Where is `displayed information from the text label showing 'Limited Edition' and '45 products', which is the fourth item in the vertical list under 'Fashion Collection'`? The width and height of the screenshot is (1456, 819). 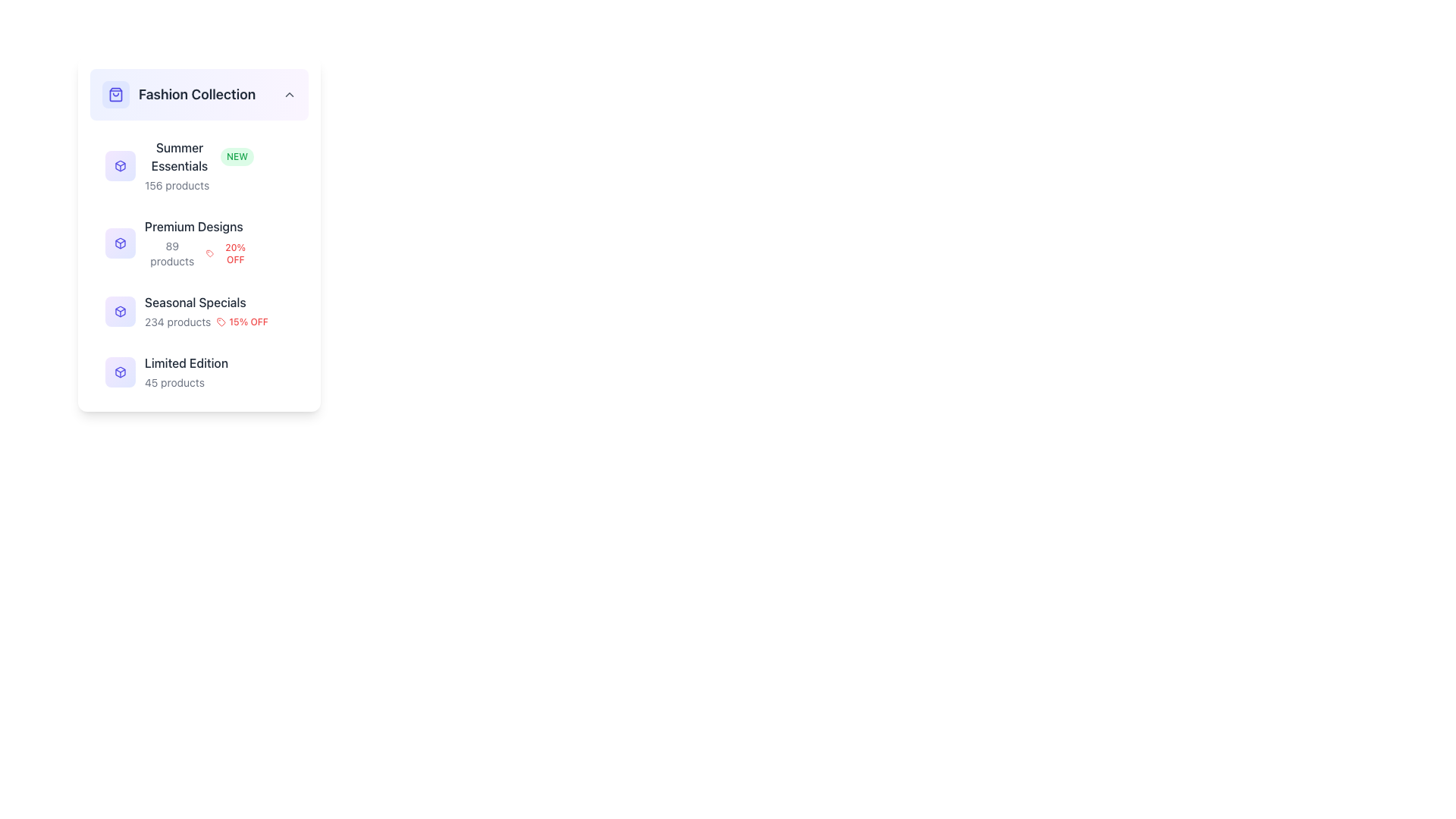 displayed information from the text label showing 'Limited Edition' and '45 products', which is the fourth item in the vertical list under 'Fashion Collection' is located at coordinates (199, 372).